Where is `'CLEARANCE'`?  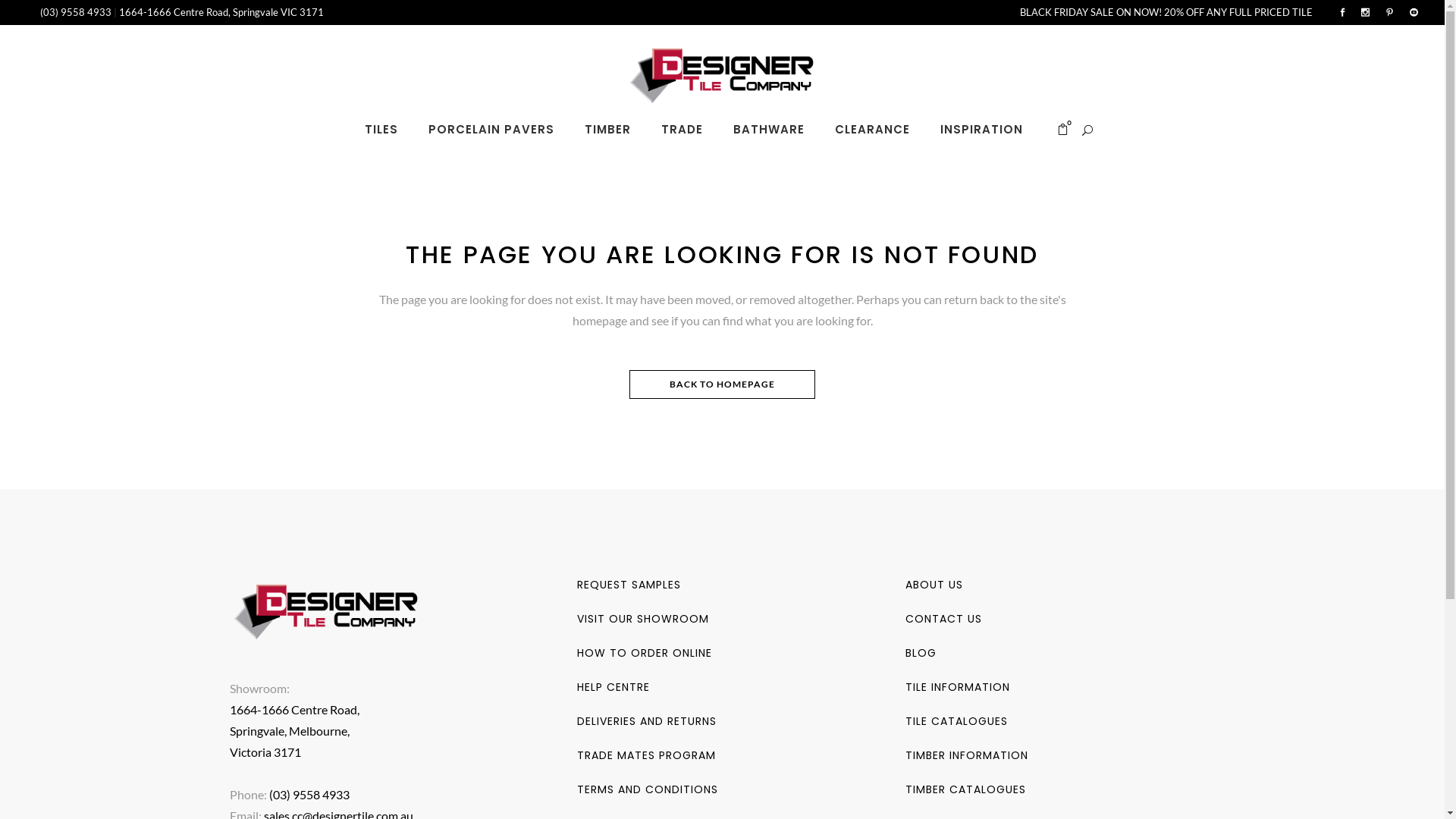
'CLEARANCE' is located at coordinates (872, 128).